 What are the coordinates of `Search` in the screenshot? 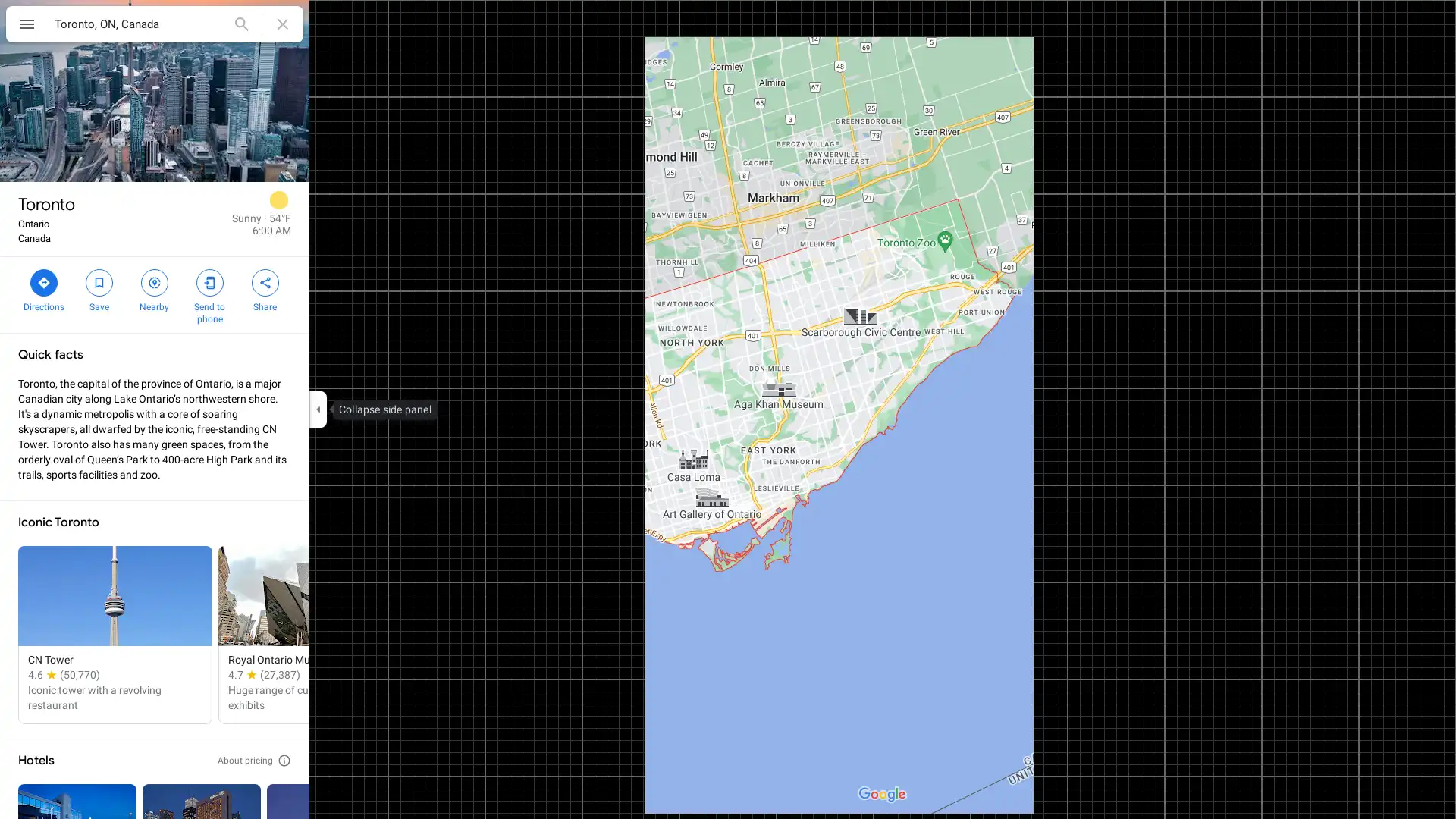 It's located at (240, 24).